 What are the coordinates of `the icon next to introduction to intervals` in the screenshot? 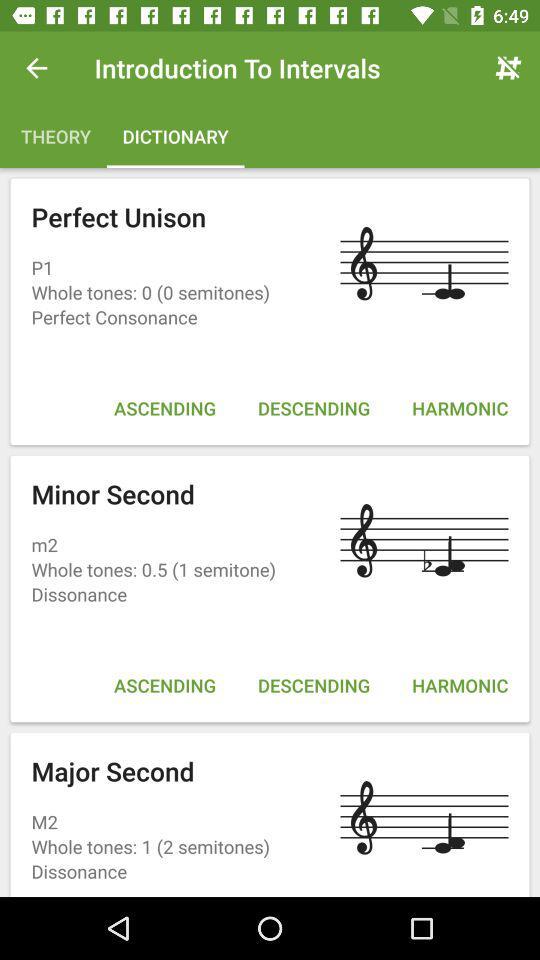 It's located at (36, 68).